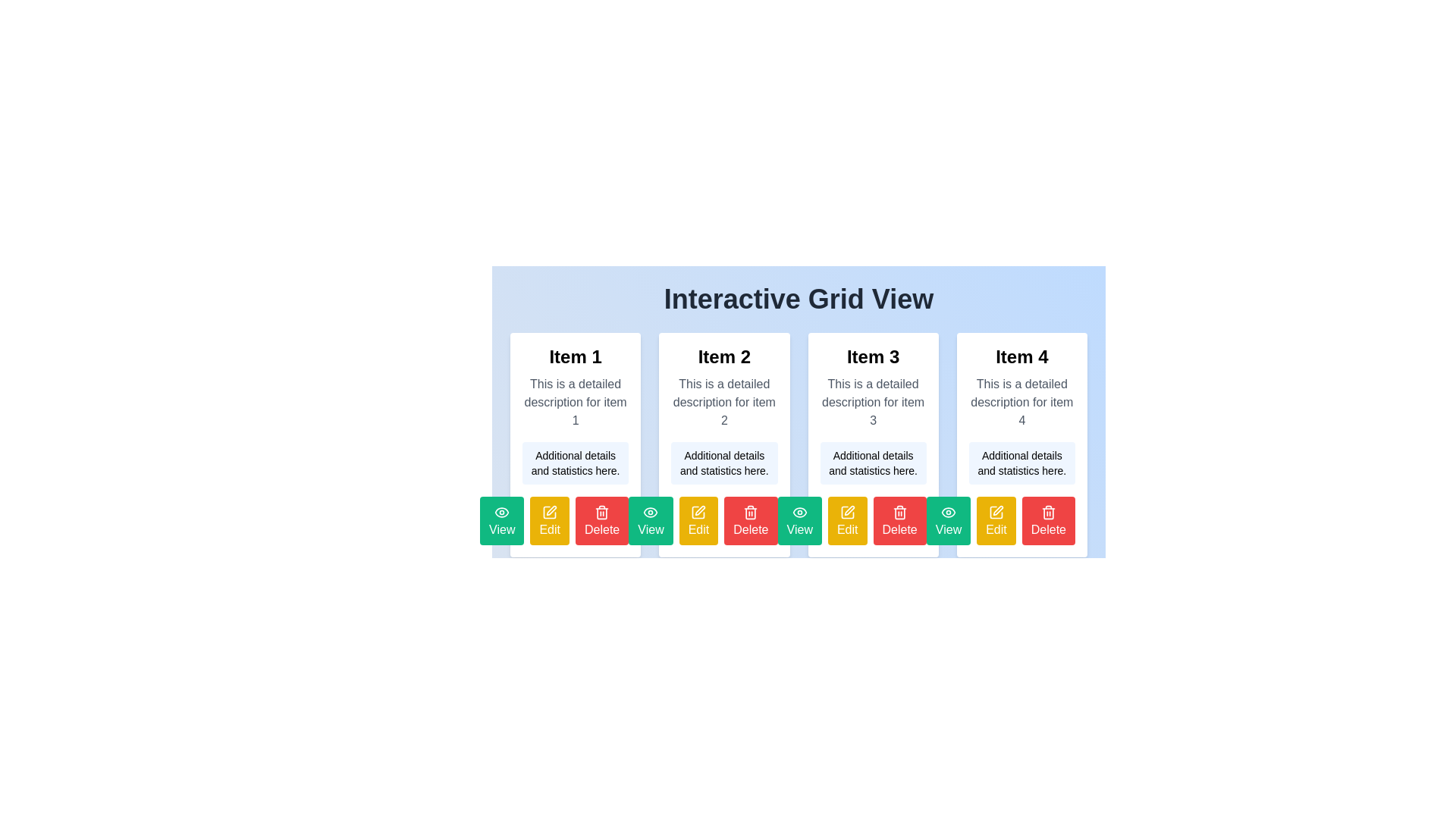  I want to click on the delete button, which is the third button from the left in the action bar at the bottom of the 'Item 4' card, so click(1021, 519).